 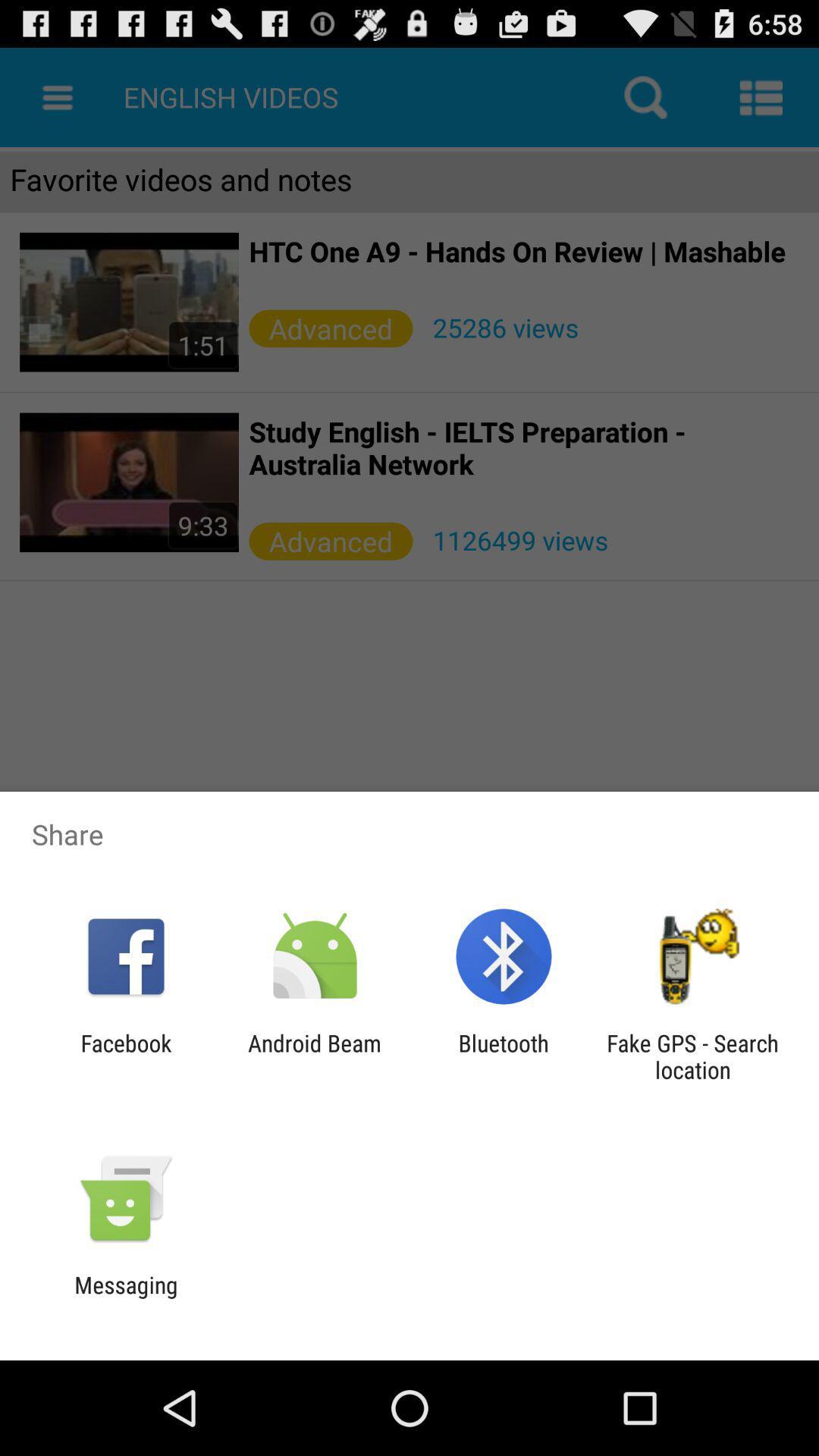 What do you see at coordinates (314, 1056) in the screenshot?
I see `the android beam` at bounding box center [314, 1056].